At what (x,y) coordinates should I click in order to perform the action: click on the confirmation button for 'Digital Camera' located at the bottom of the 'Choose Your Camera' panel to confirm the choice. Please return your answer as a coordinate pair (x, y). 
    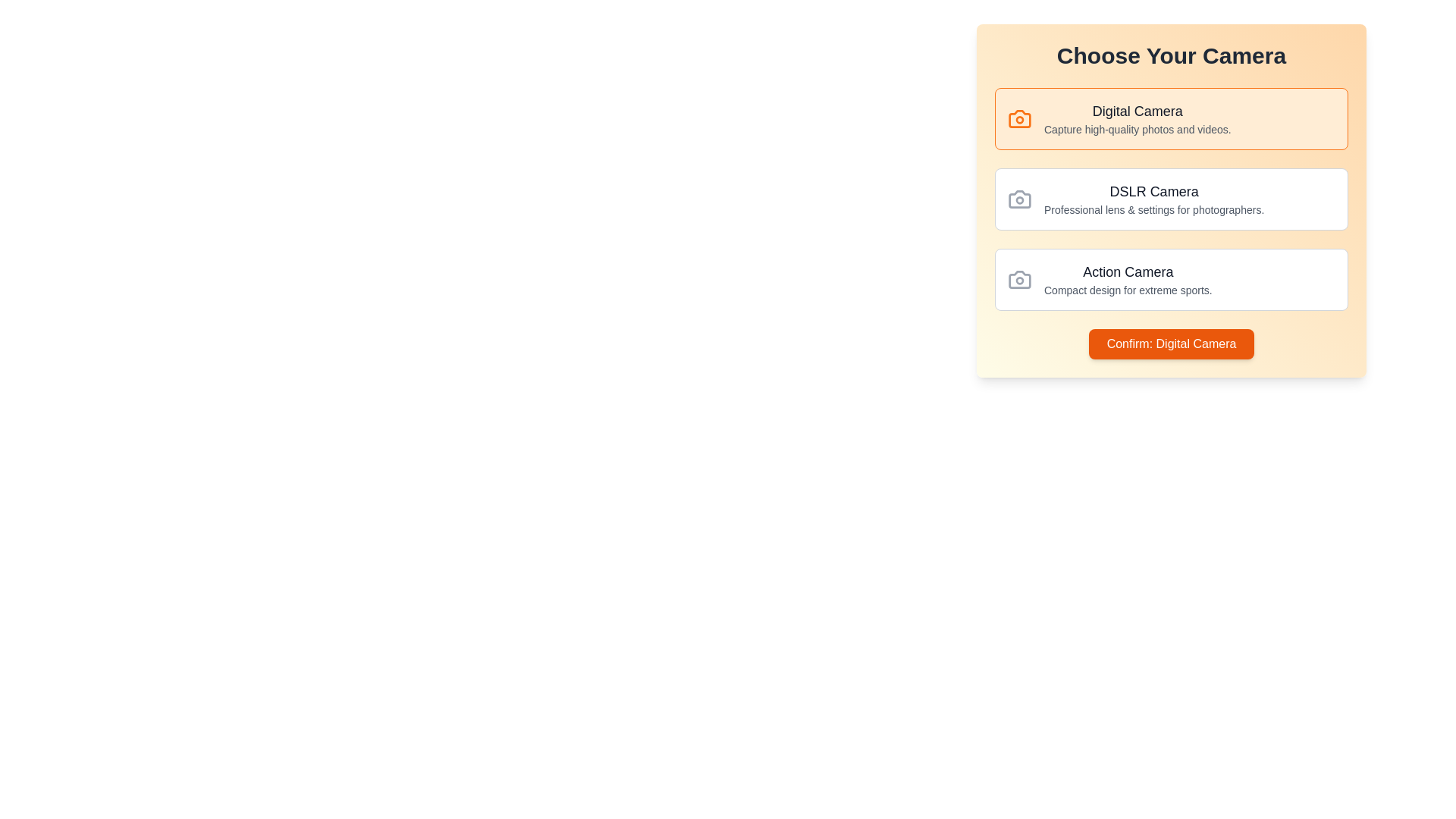
    Looking at the image, I should click on (1171, 344).